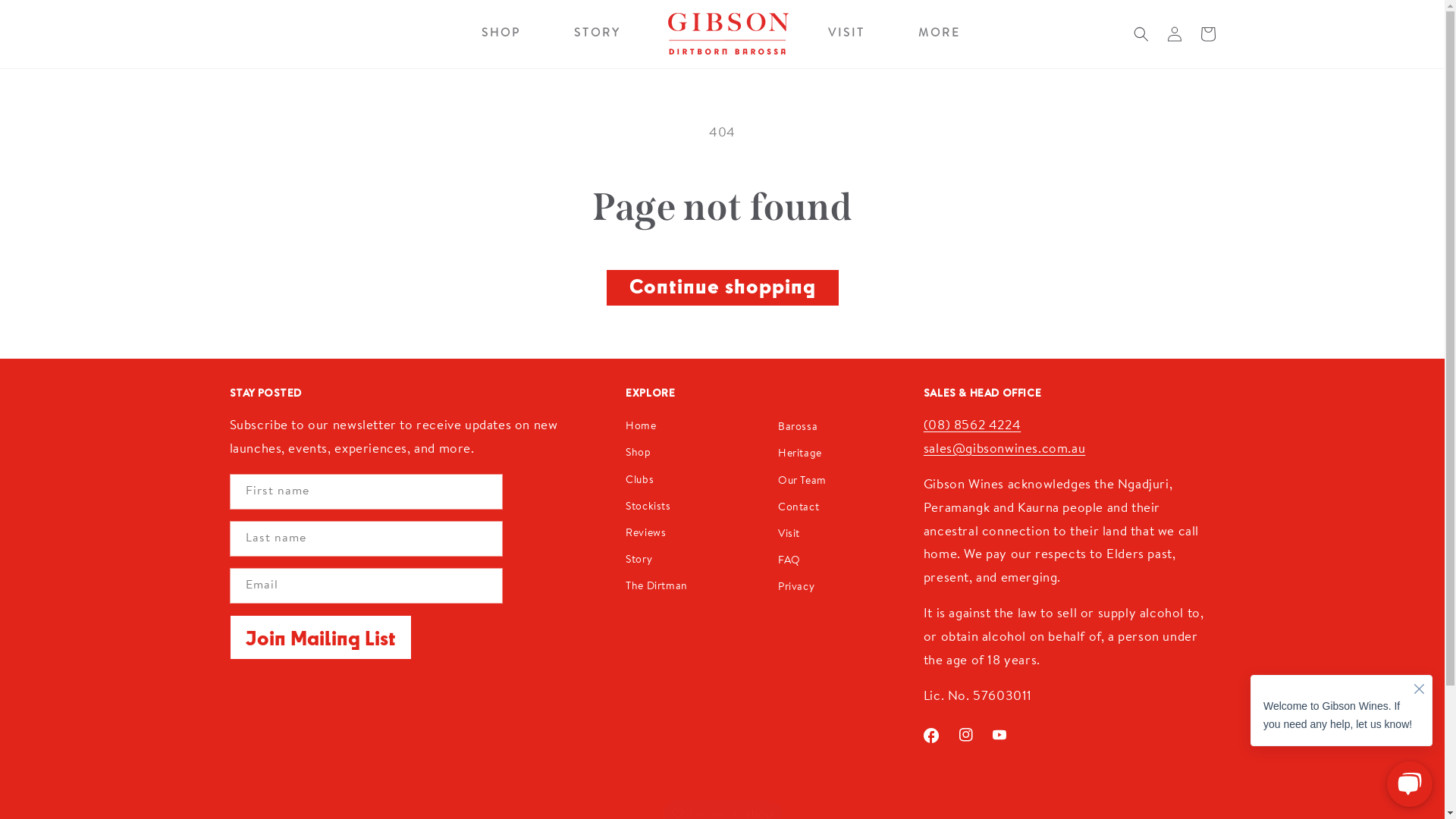  What do you see at coordinates (319, 637) in the screenshot?
I see `'Join Mailing List'` at bounding box center [319, 637].